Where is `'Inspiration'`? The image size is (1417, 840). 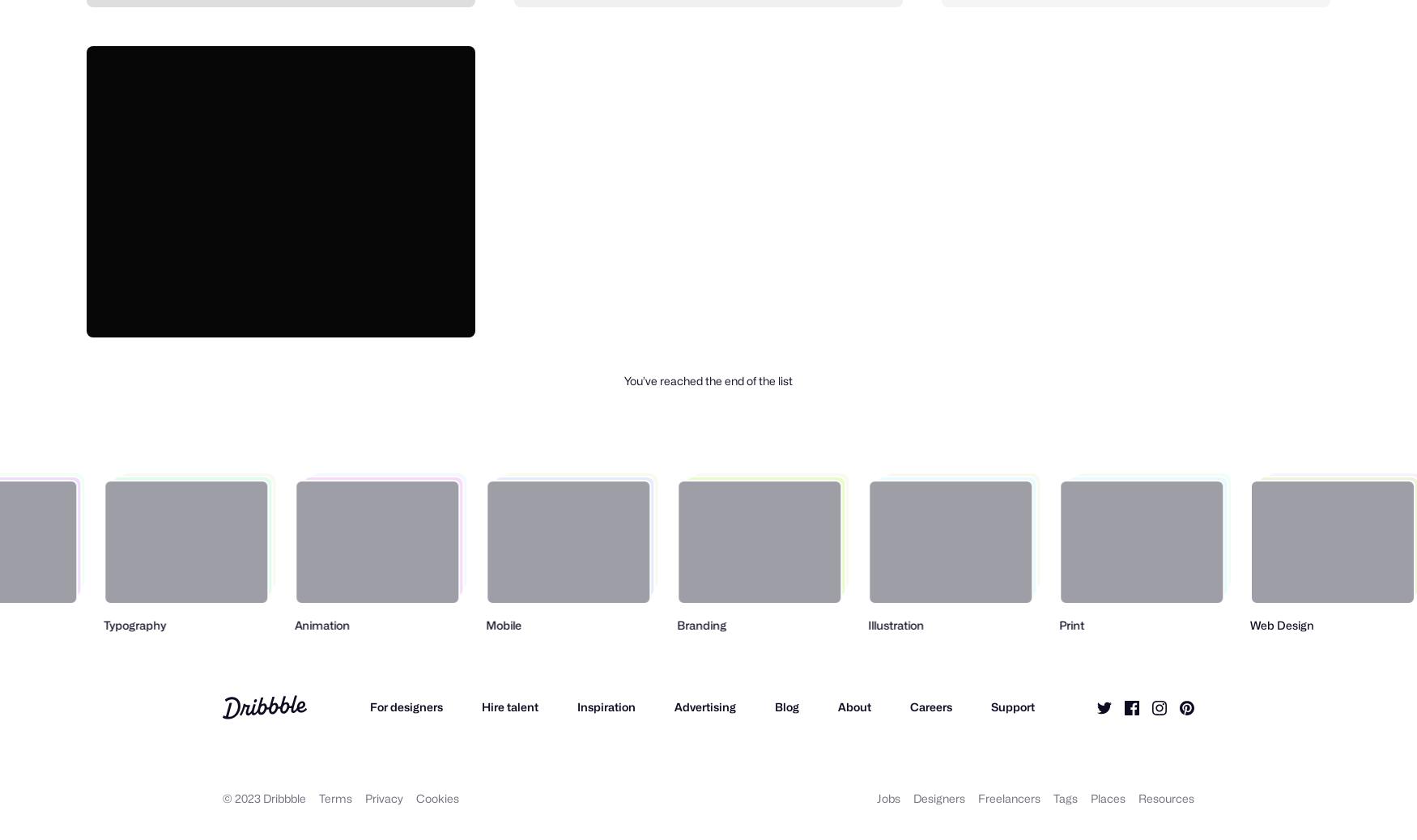
'Inspiration' is located at coordinates (605, 706).